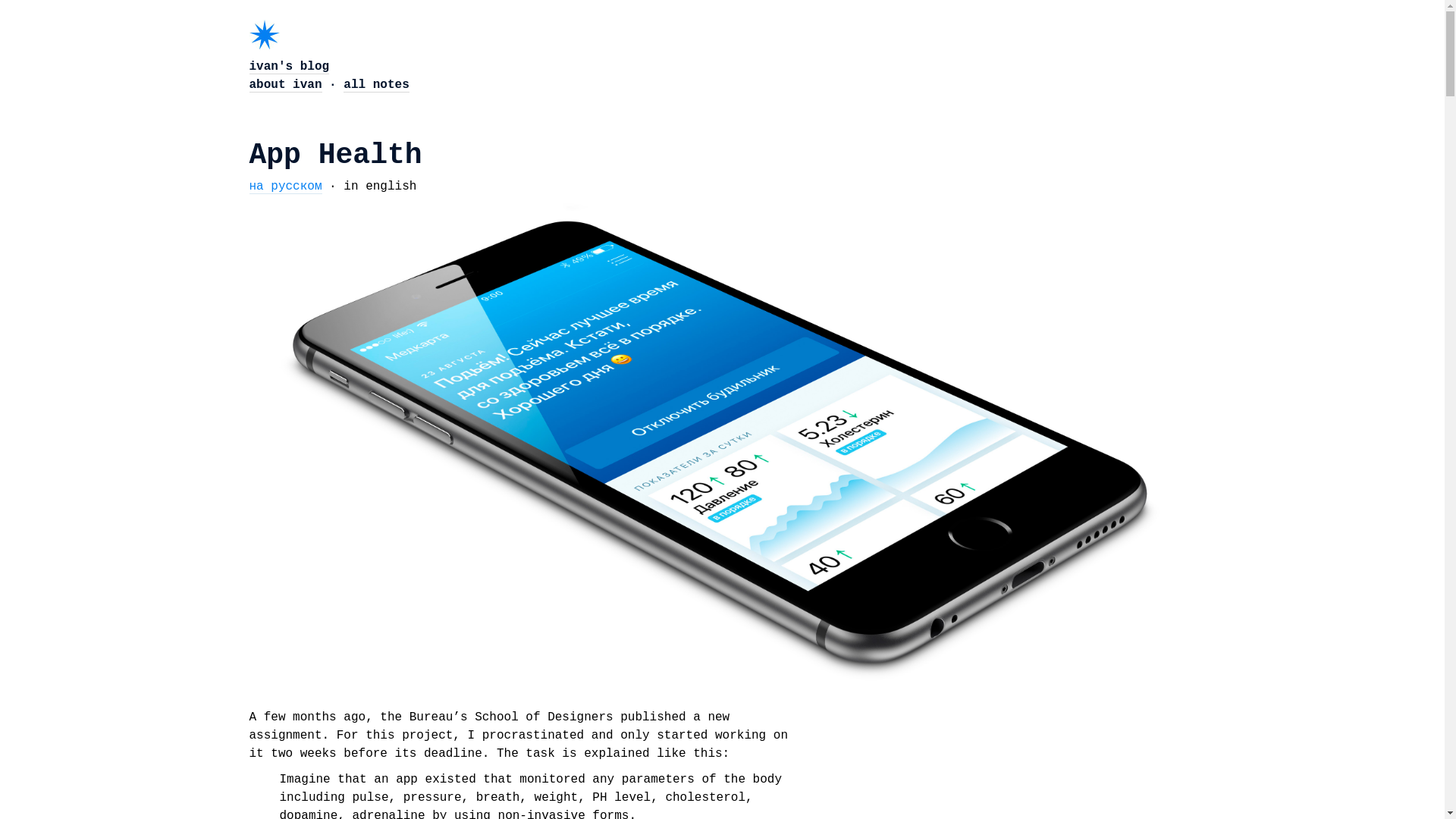 The image size is (1456, 819). Describe the element at coordinates (248, 66) in the screenshot. I see `'ivan's blog'` at that location.